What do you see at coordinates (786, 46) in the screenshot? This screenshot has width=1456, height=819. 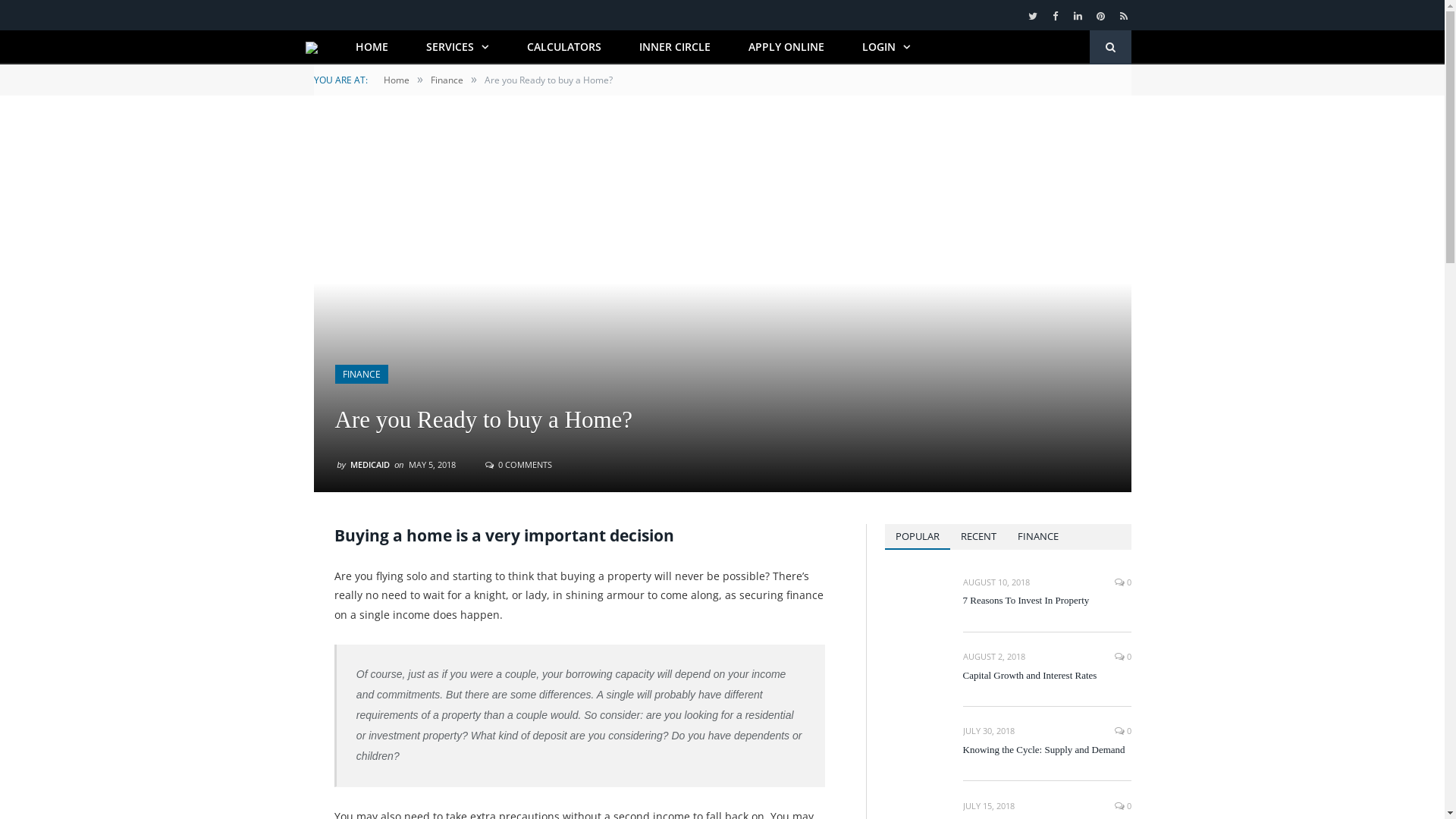 I see `'APPLY ONLINE'` at bounding box center [786, 46].